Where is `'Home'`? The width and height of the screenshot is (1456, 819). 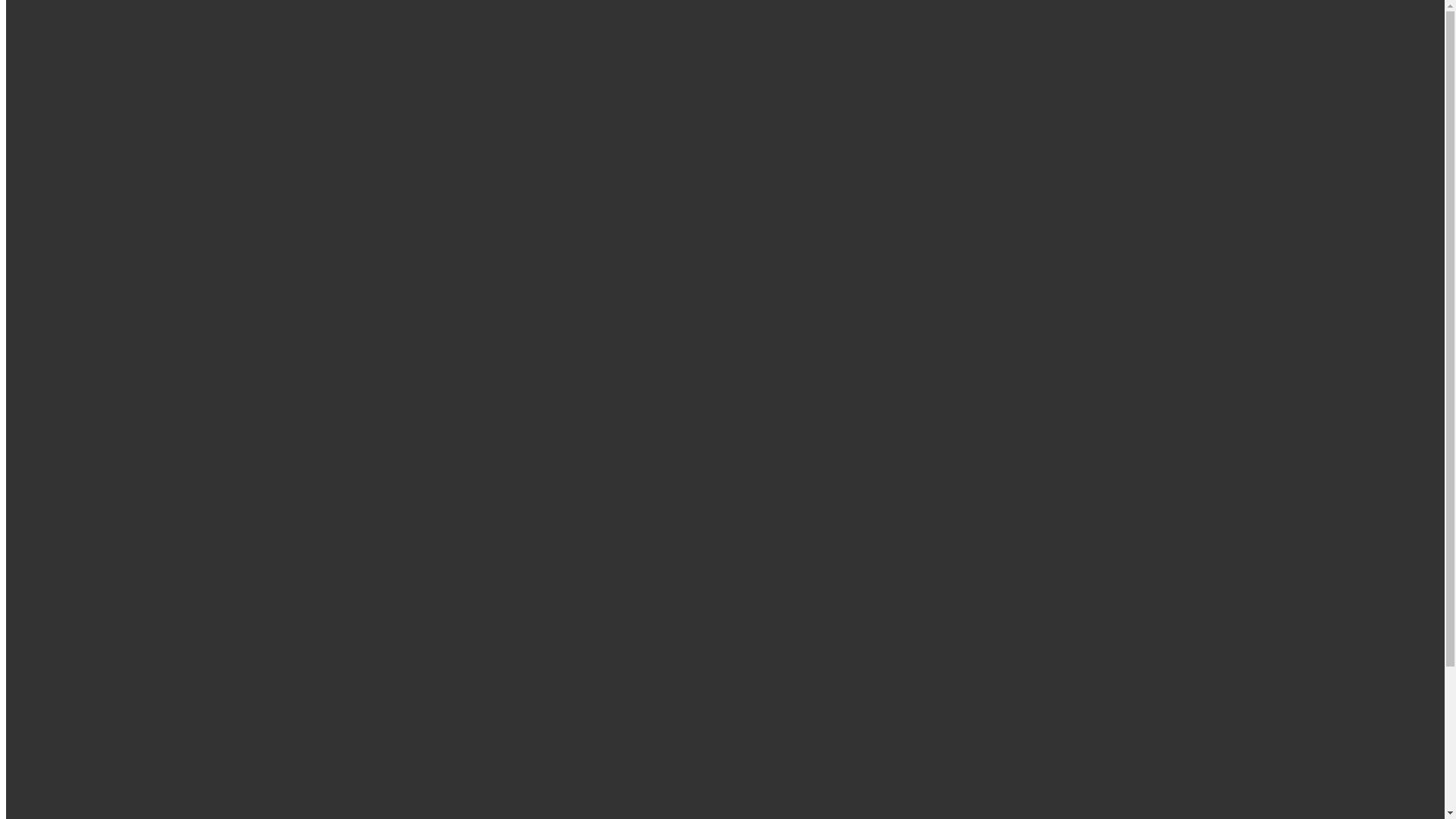 'Home' is located at coordinates (25, 105).